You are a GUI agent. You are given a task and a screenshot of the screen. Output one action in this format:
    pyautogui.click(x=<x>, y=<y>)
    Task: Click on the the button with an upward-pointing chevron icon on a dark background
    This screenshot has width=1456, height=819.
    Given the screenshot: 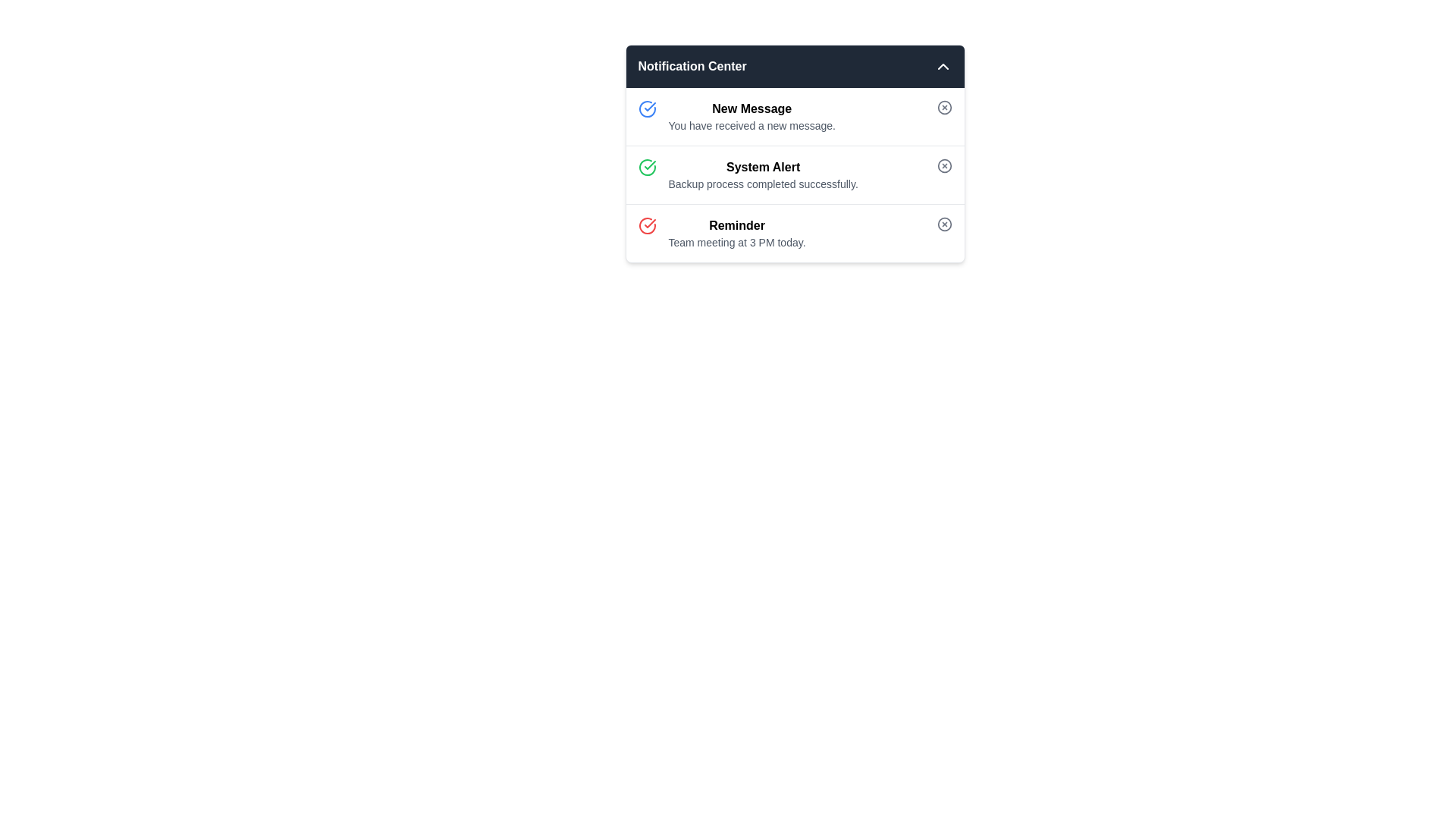 What is the action you would take?
    pyautogui.click(x=942, y=66)
    